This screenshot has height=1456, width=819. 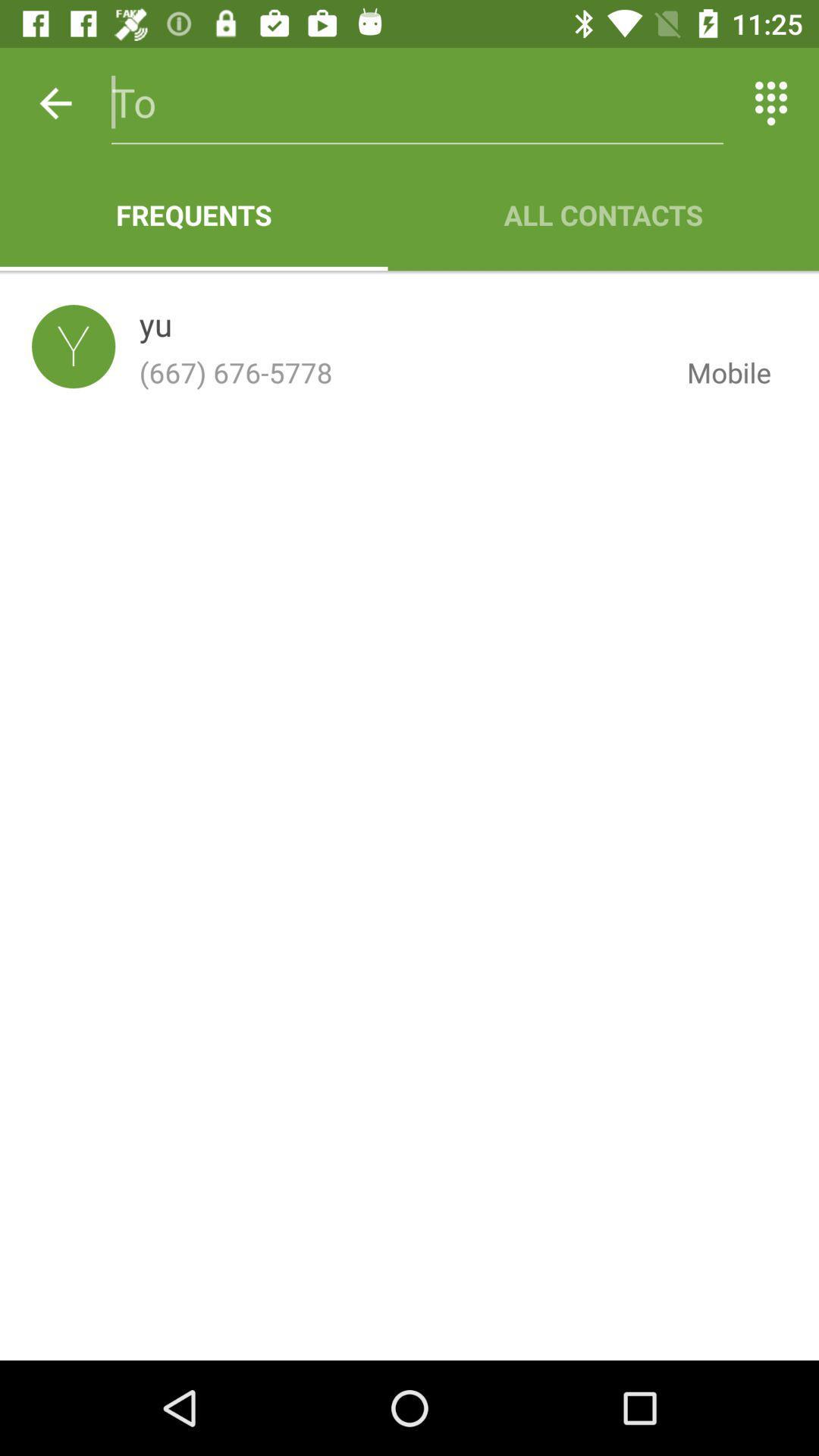 I want to click on the icon to the left of the yu, so click(x=74, y=346).